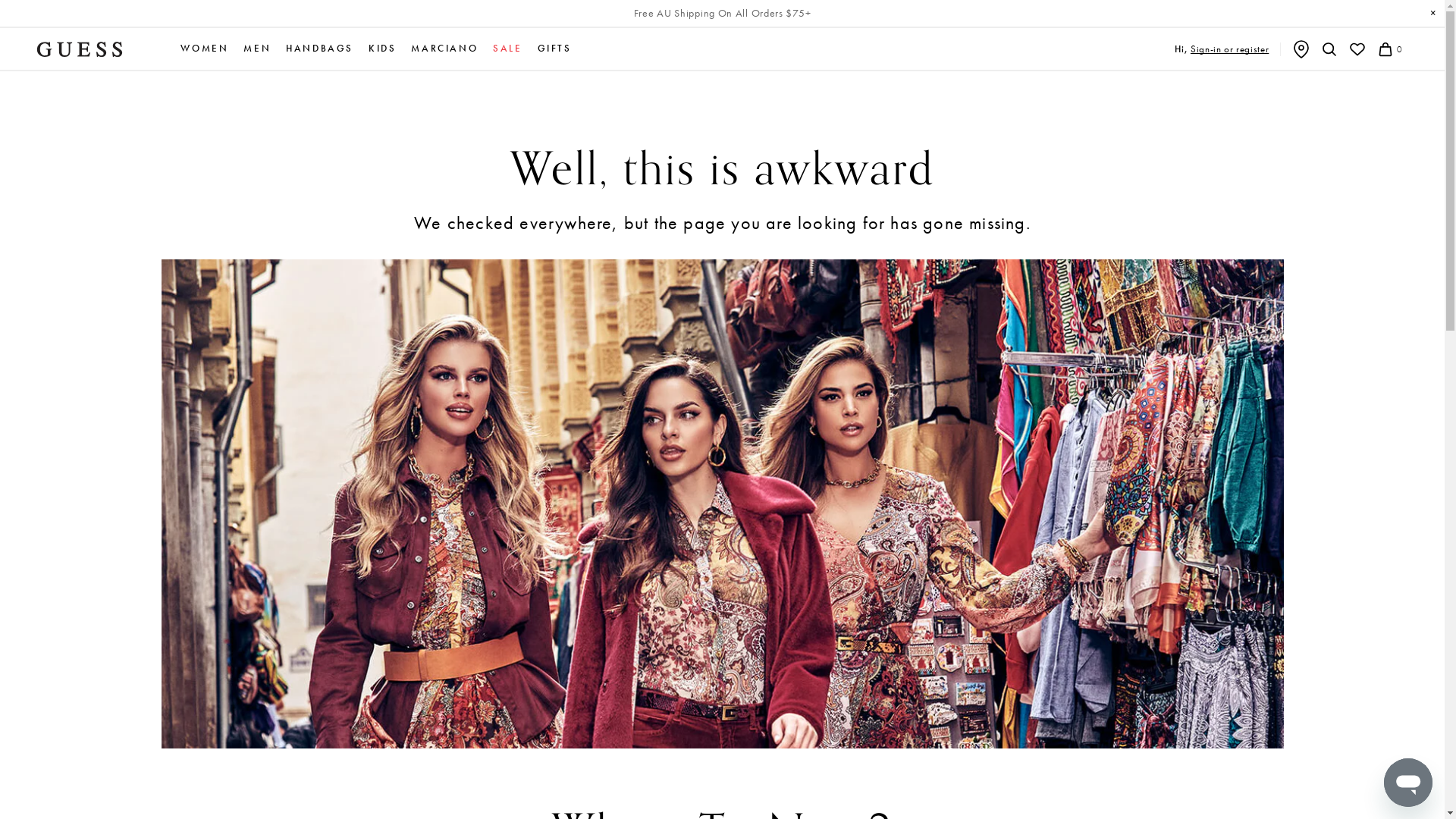  I want to click on 'HANDBAGS', so click(318, 48).